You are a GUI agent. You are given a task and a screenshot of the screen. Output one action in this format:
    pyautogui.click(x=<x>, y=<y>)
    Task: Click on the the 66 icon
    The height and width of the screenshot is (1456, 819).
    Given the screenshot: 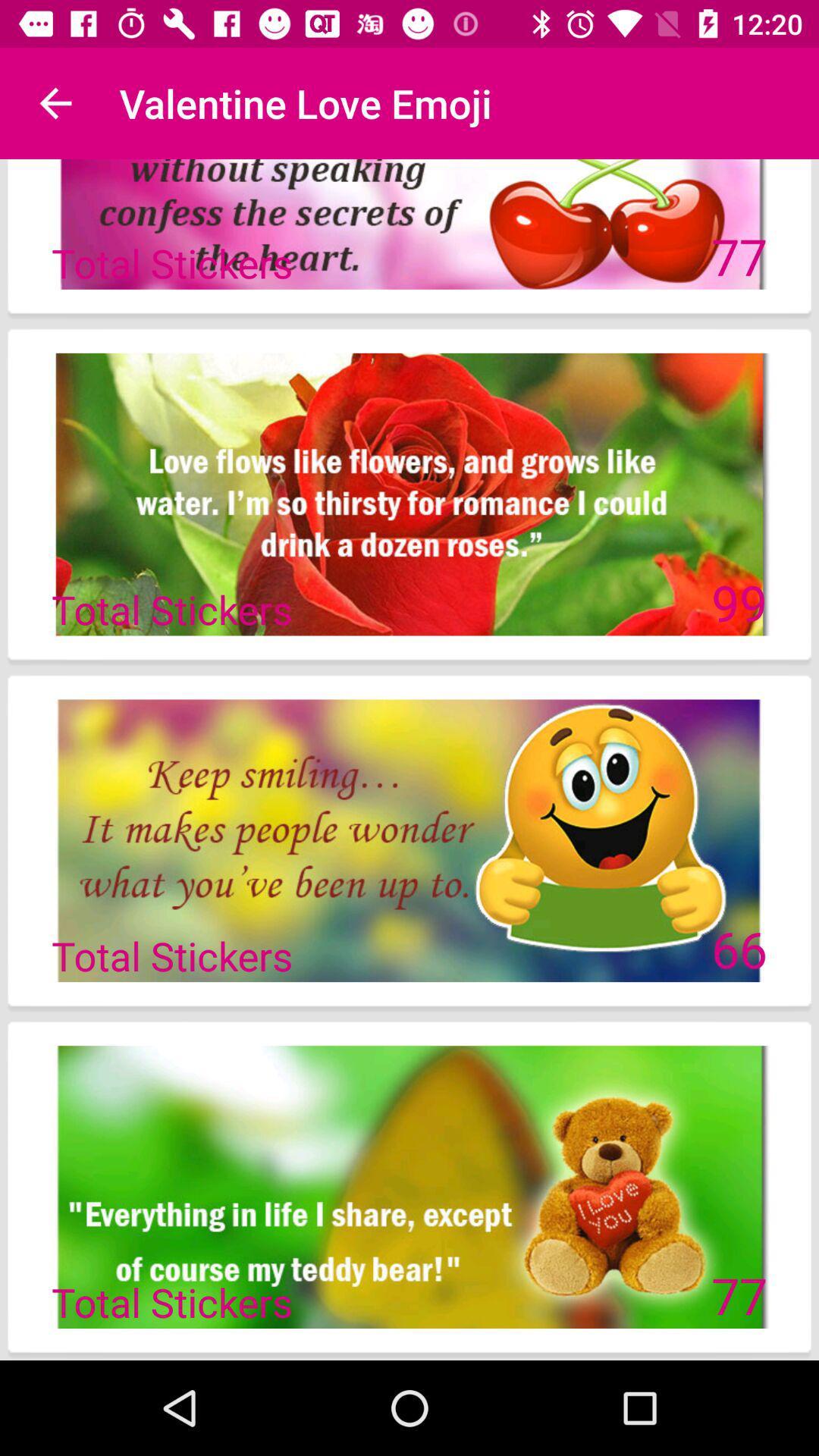 What is the action you would take?
    pyautogui.click(x=739, y=948)
    